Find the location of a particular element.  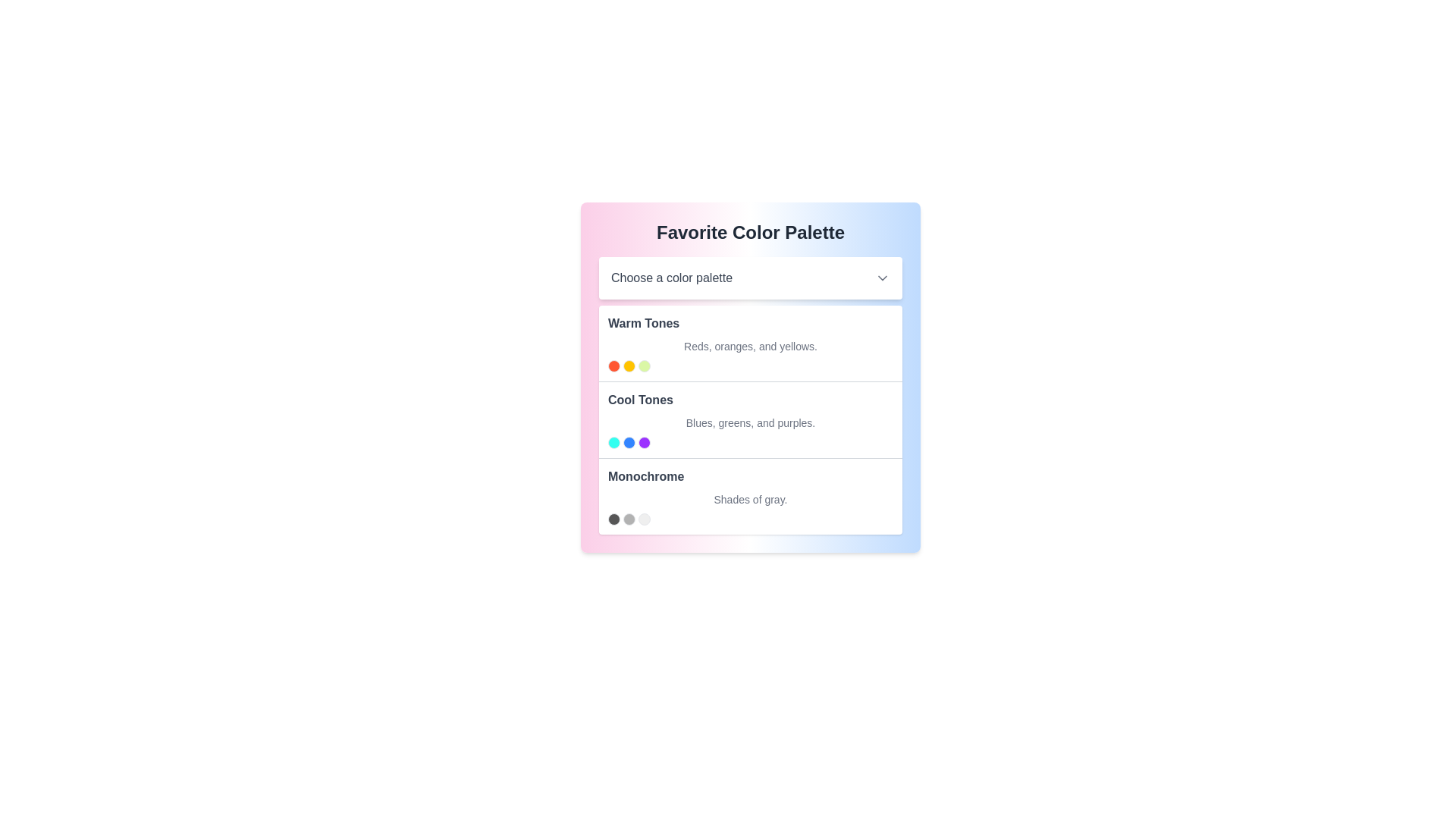

the descriptive text element that provides details about the 'Warm Tones' color palette, which consists of reds, oranges, and yellows is located at coordinates (750, 346).